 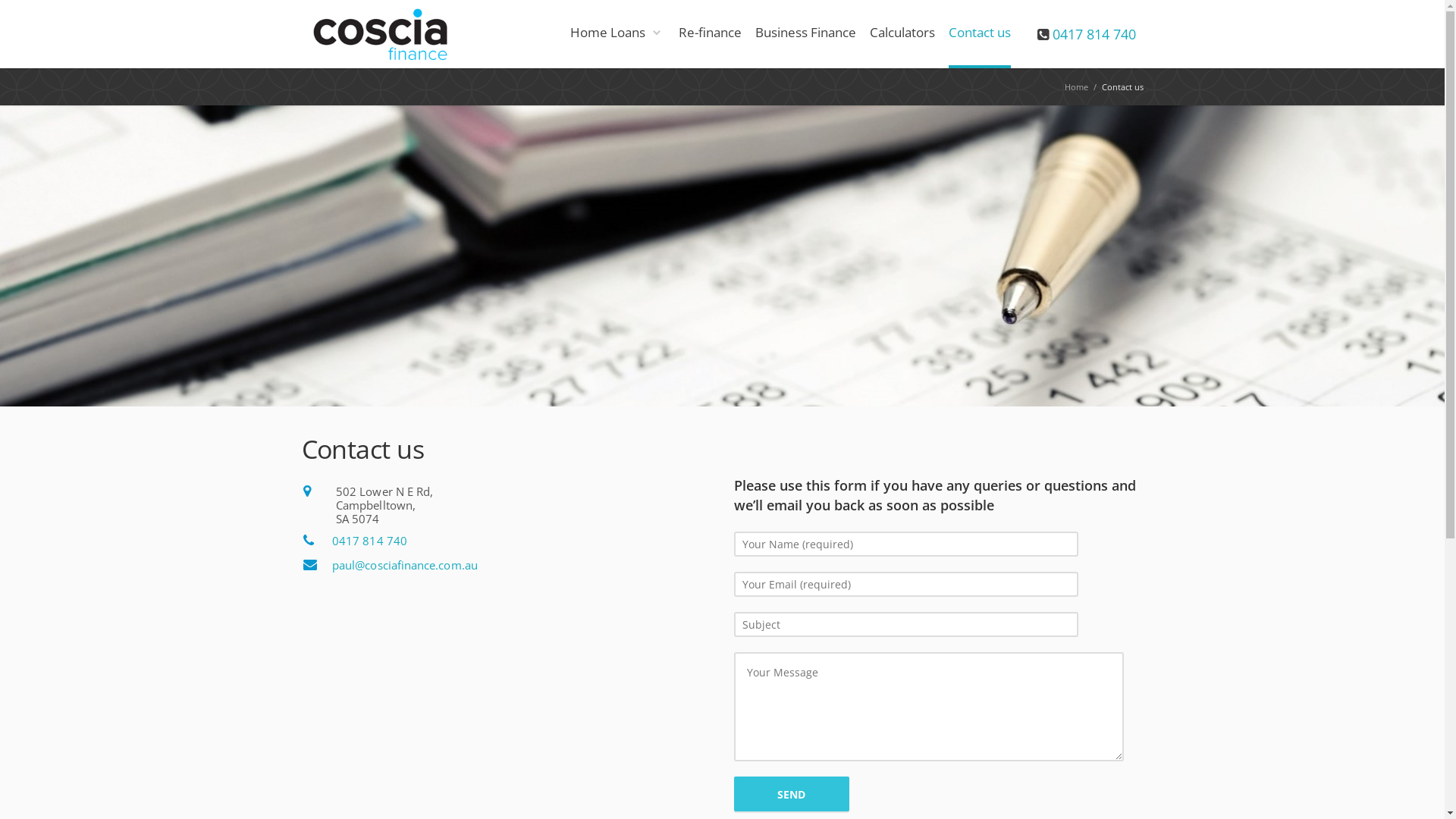 What do you see at coordinates (1075, 86) in the screenshot?
I see `'Home'` at bounding box center [1075, 86].